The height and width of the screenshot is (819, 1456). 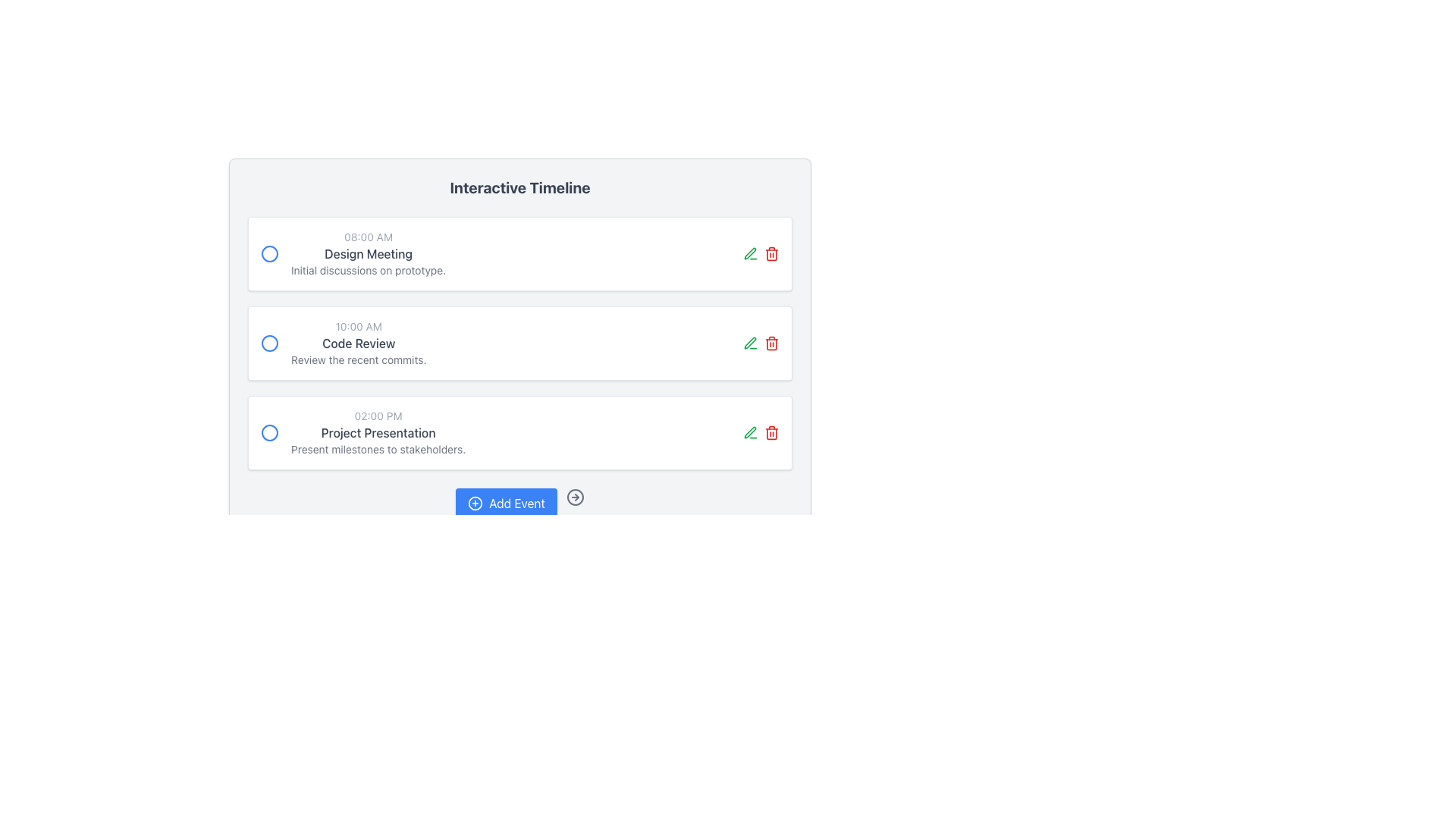 What do you see at coordinates (269, 432) in the screenshot?
I see `the third graphical indicator (SVG Circle) representing the 'Project Presentation' event at 02:00 PM in the Interactive Timeline interface` at bounding box center [269, 432].